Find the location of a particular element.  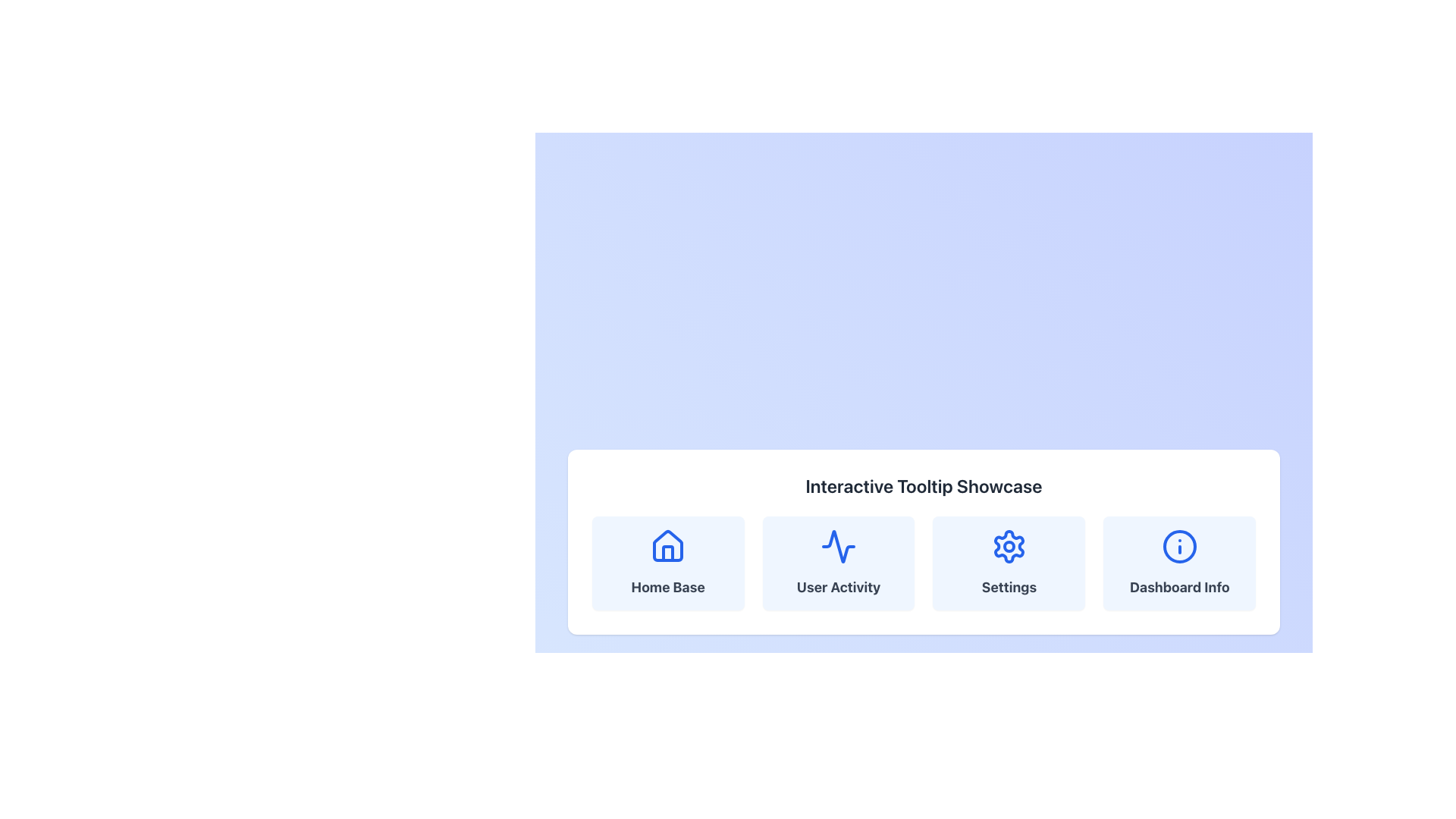

the button that is the third item in a grid layout, located between 'User Activity' and 'Dashboard Info', to possibly reveal additional information or effects is located at coordinates (1009, 563).